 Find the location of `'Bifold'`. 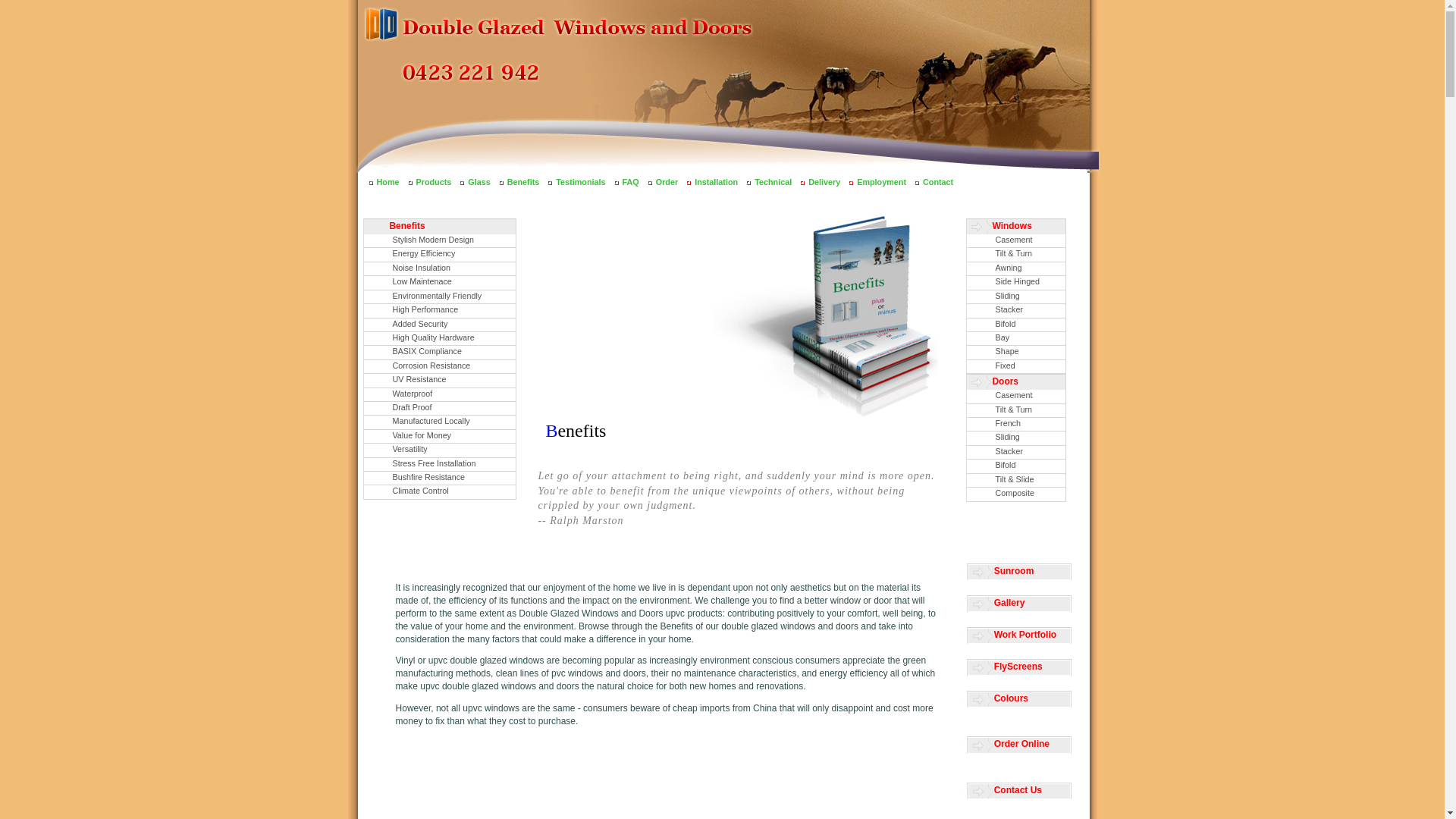

'Bifold' is located at coordinates (1015, 465).